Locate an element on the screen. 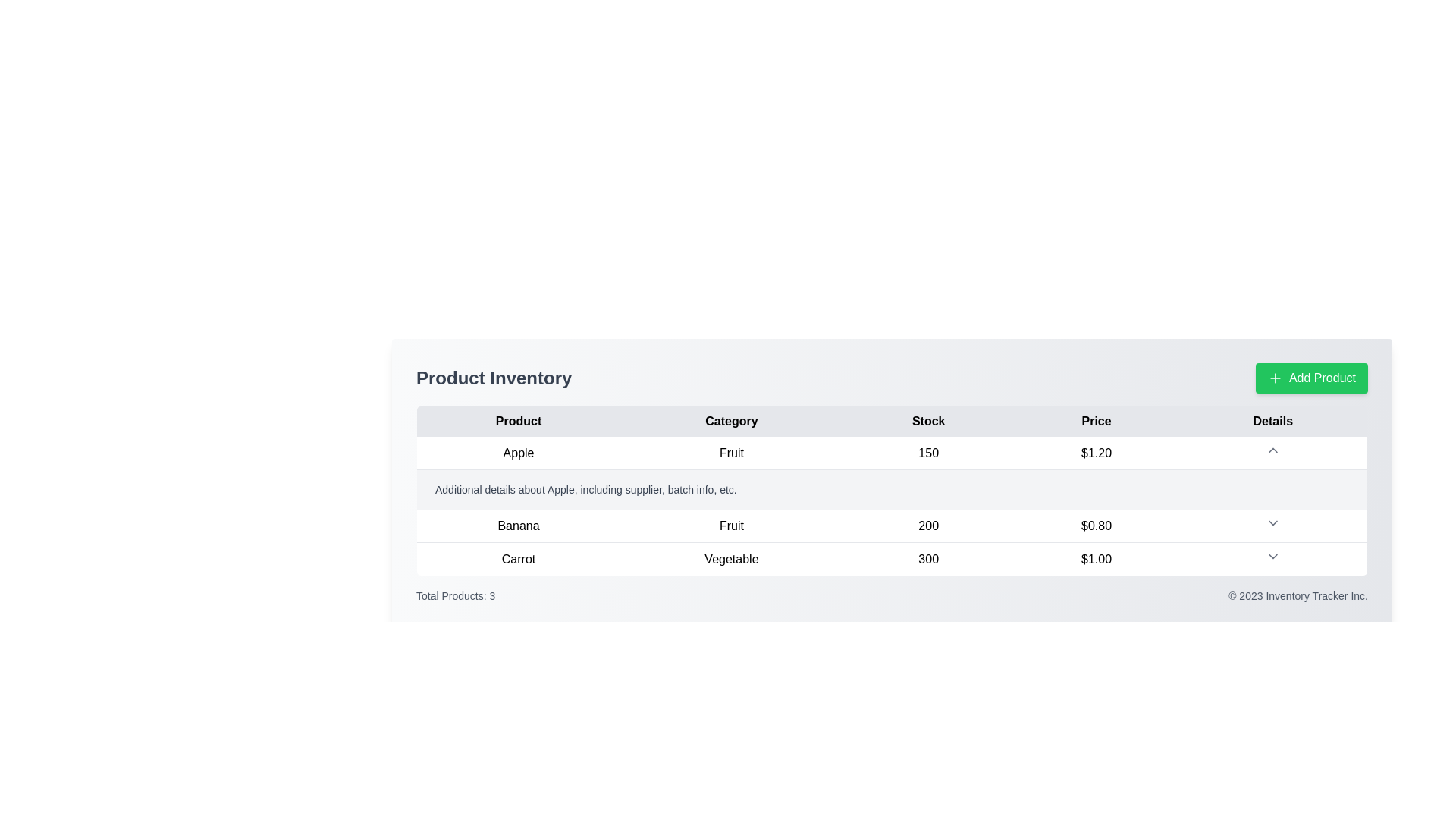 Image resolution: width=1456 pixels, height=819 pixels. the static text label displaying the copyright notice '© 2023 Inventory Tracker Inc.' located in the bottom-right corner of the interface is located at coordinates (1298, 595).